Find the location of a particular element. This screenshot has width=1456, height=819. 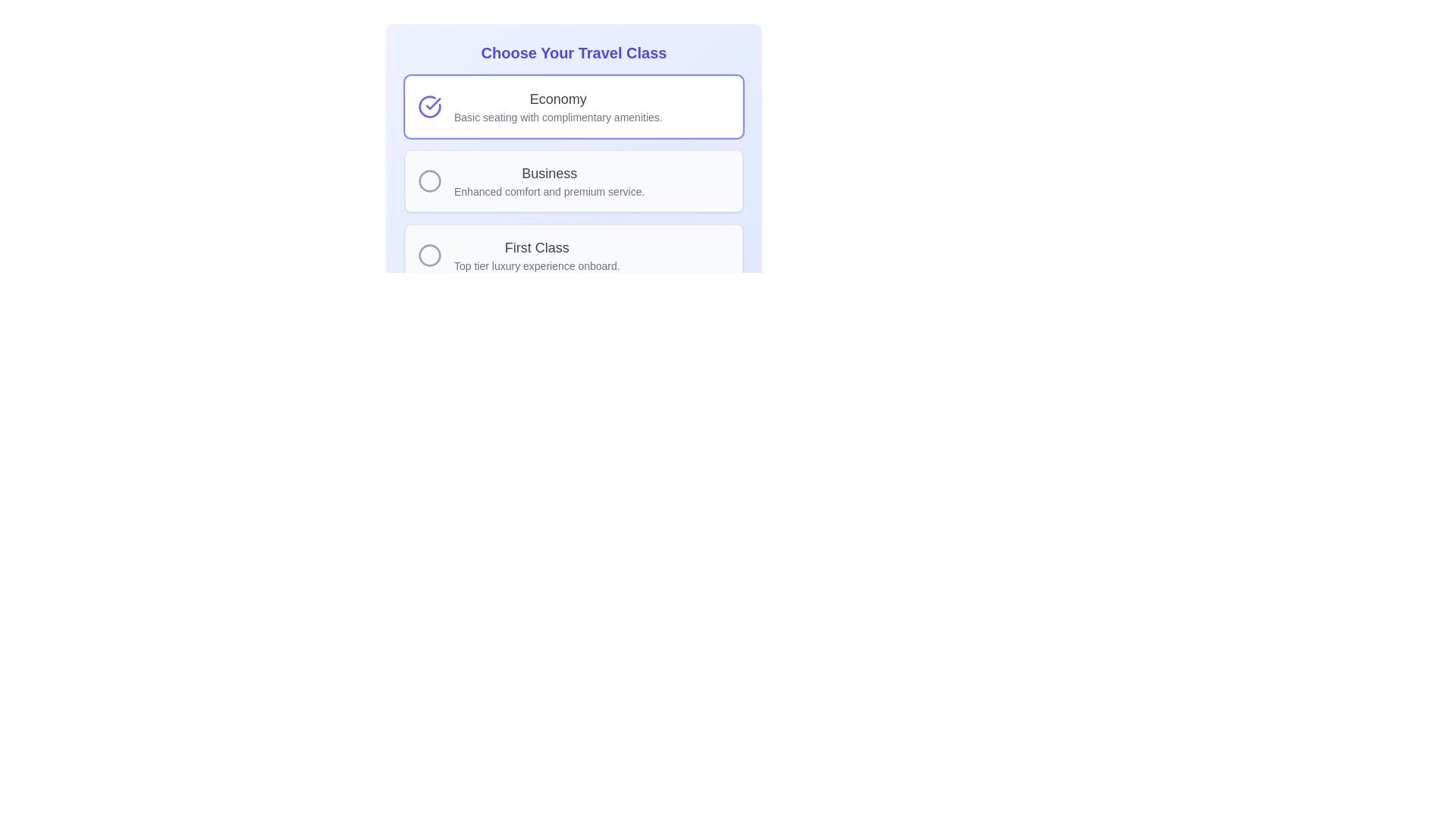

the 'Business' travel class text label located at the top of the option card, which is the second option in the list of travel classes is located at coordinates (548, 172).